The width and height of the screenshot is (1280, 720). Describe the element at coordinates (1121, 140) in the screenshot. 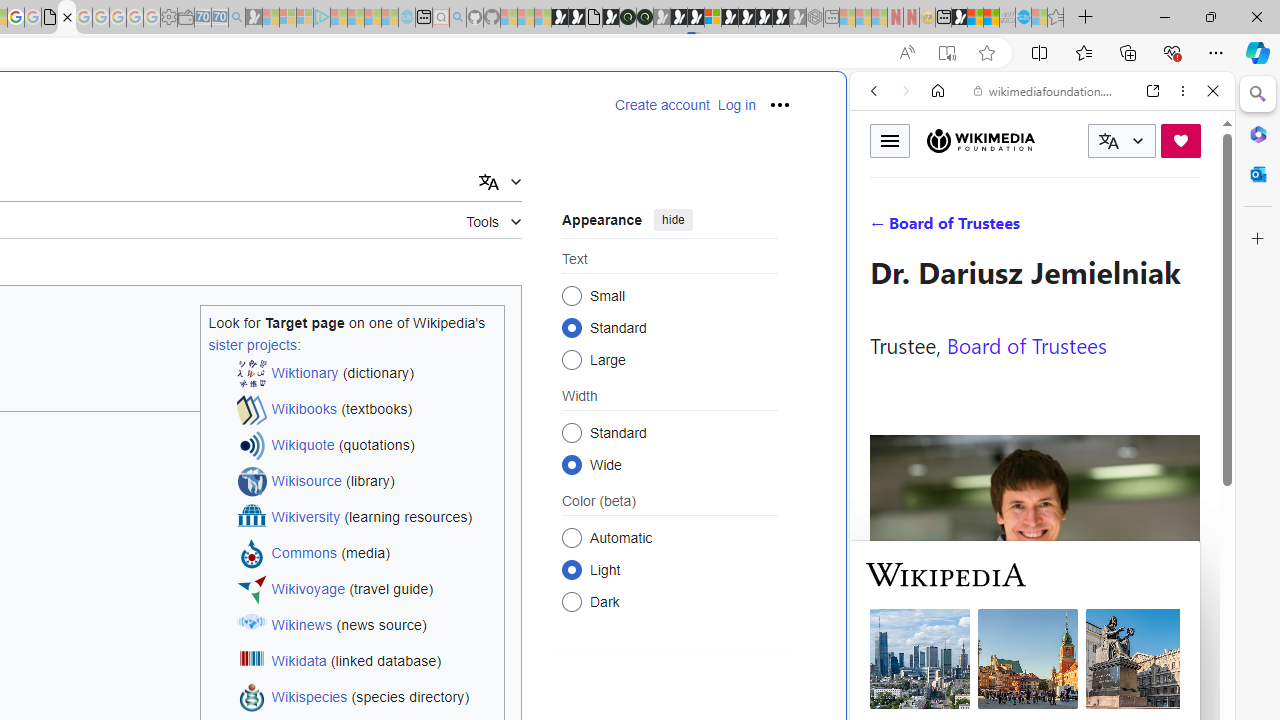

I see `'CURRENT LANGUAGE:'` at that location.